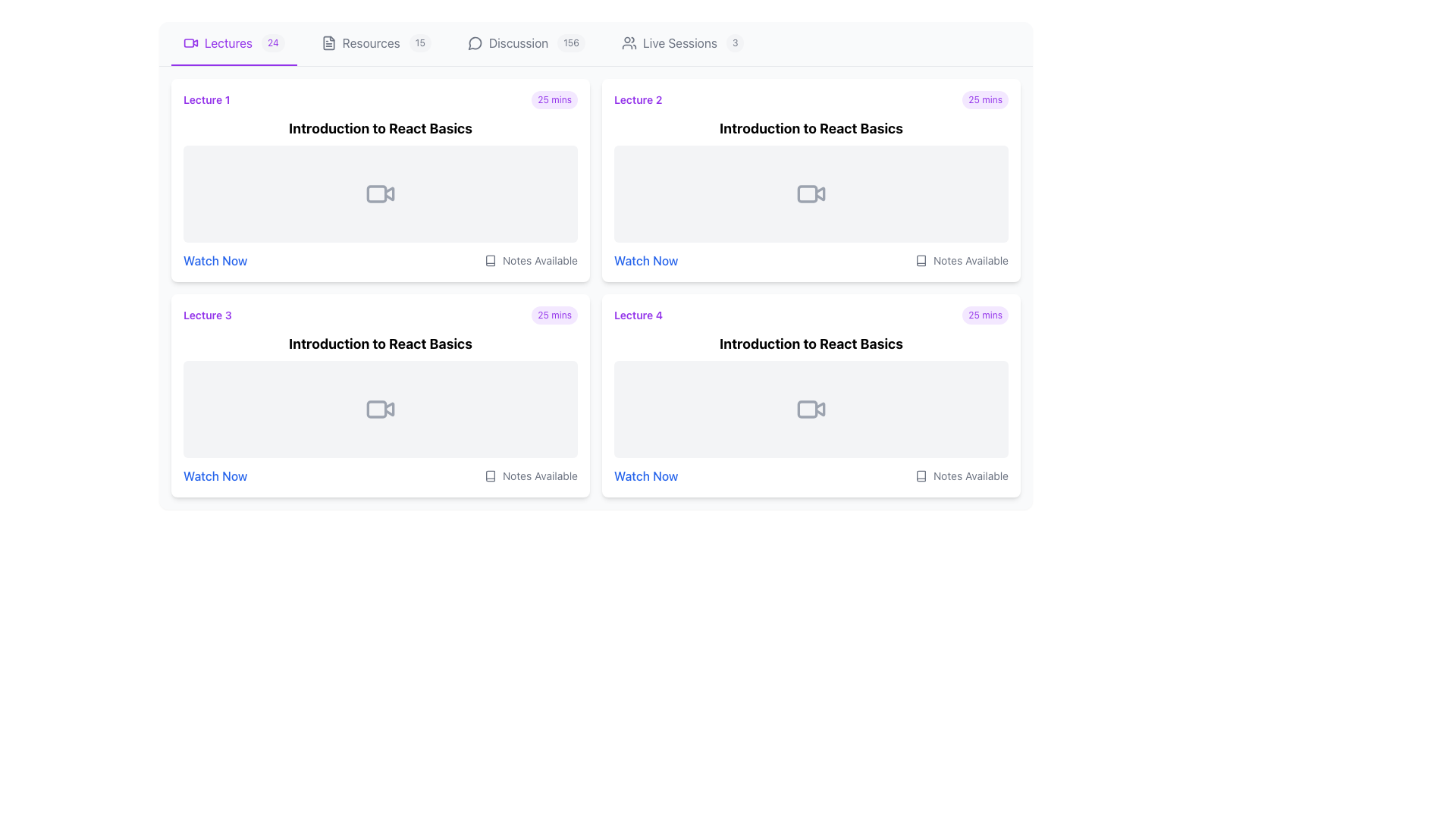 This screenshot has width=1456, height=819. What do you see at coordinates (811, 475) in the screenshot?
I see `the 'Notes Available' text in the Interactive text and icon group located at the lower portion of the 'Lecture 4' card` at bounding box center [811, 475].